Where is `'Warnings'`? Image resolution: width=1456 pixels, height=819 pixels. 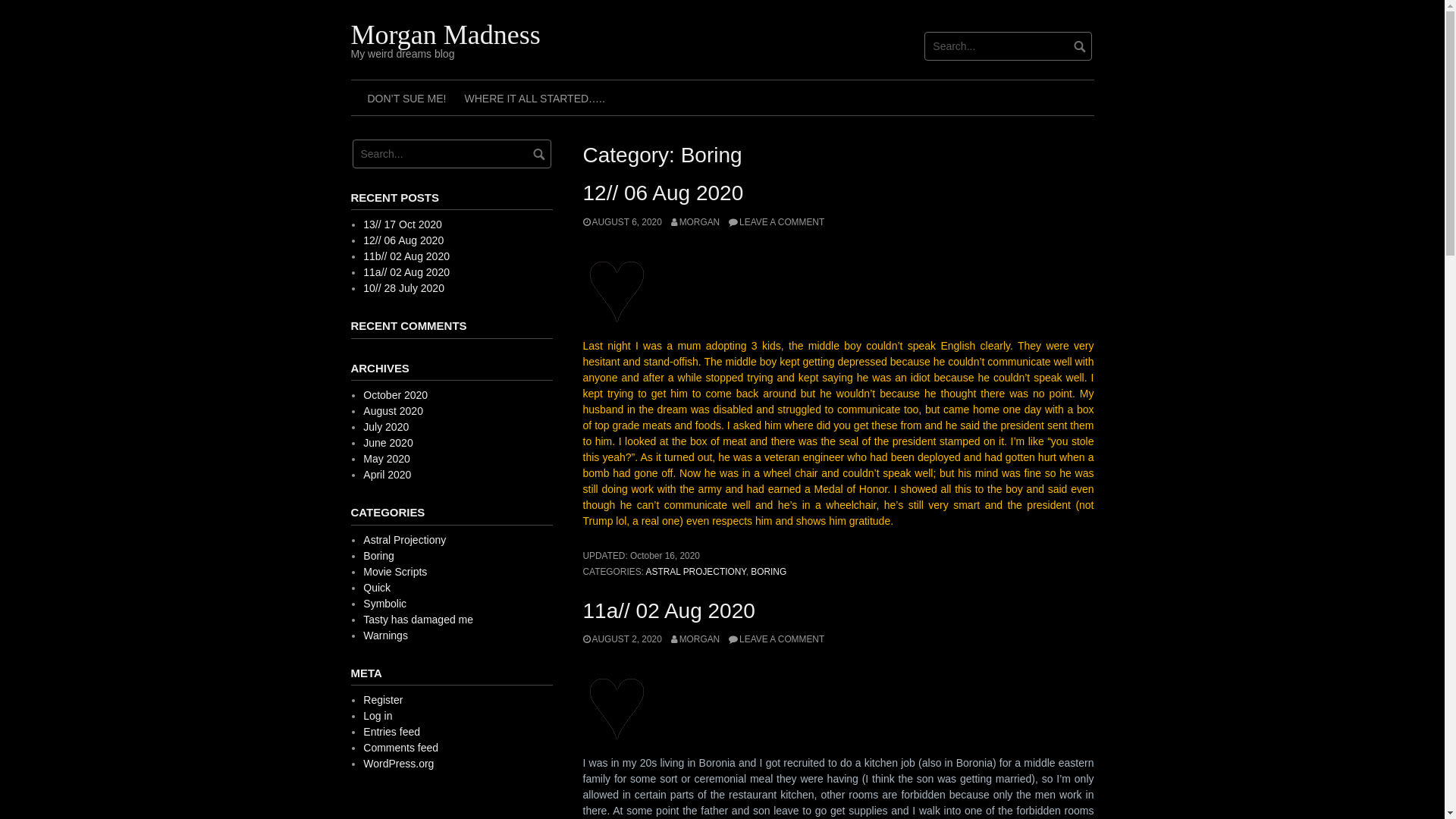 'Warnings' is located at coordinates (385, 635).